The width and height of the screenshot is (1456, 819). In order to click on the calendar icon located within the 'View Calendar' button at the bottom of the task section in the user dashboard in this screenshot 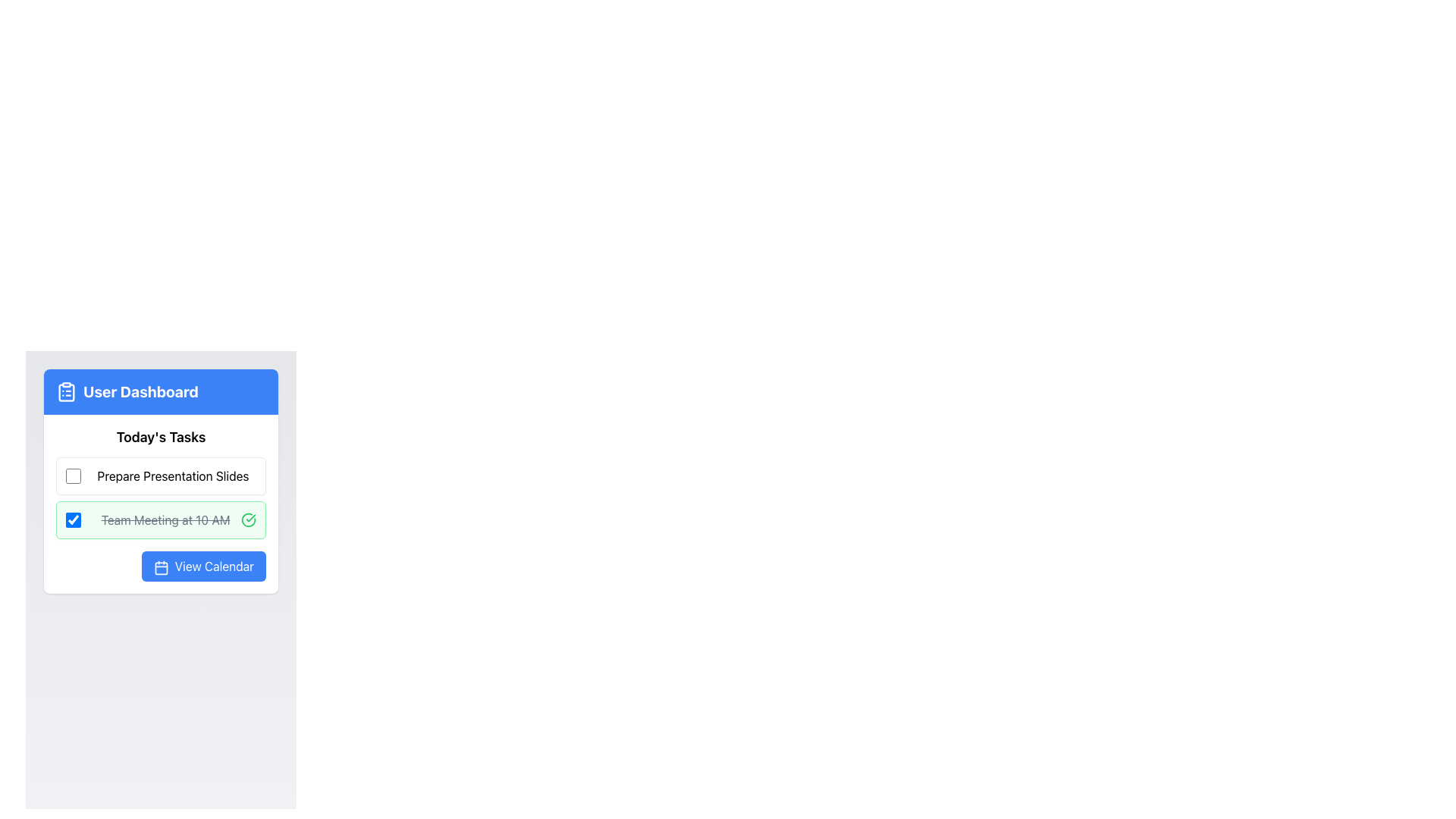, I will do `click(161, 567)`.